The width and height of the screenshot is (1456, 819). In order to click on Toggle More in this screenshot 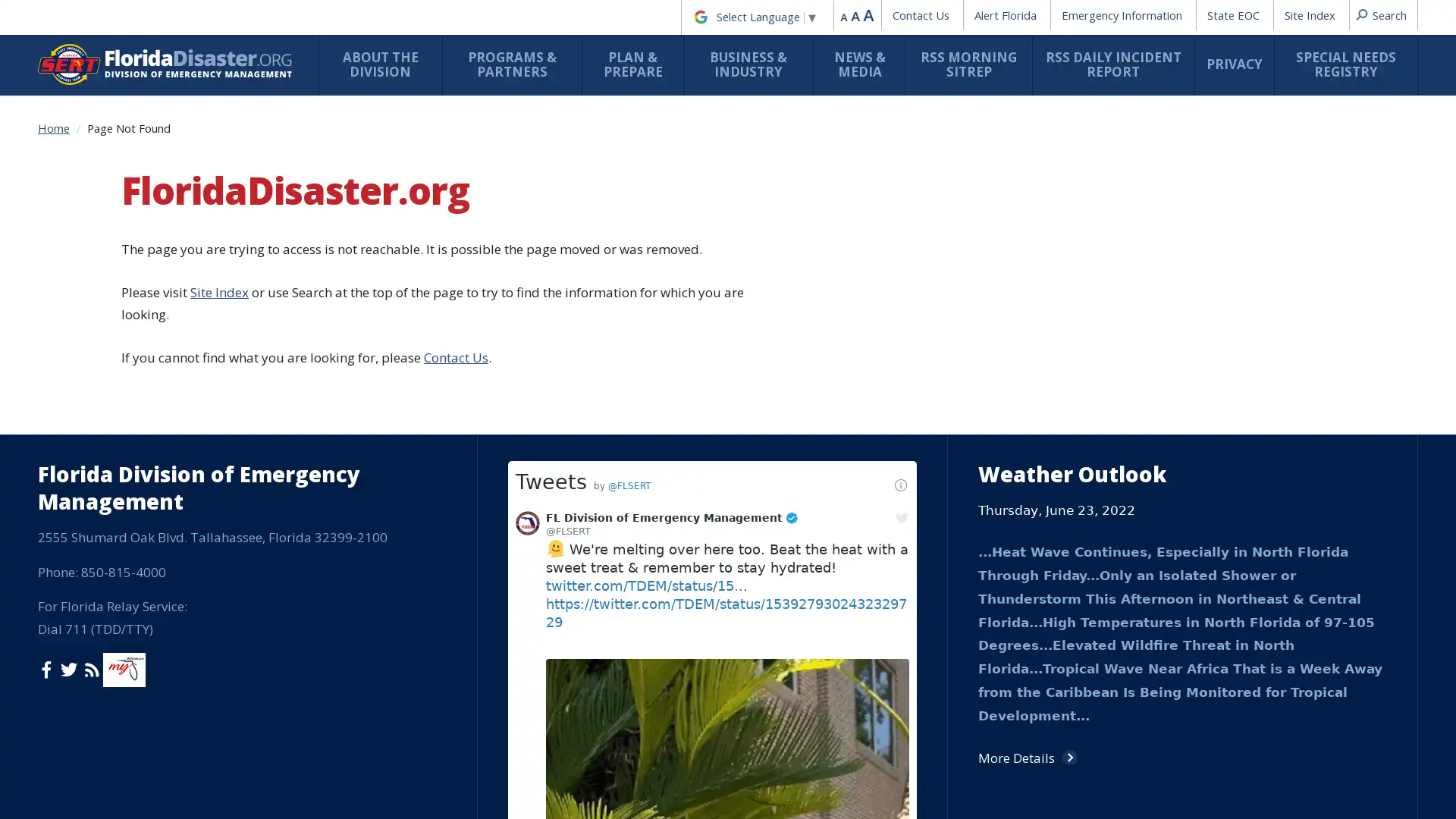, I will do `click(607, 602)`.